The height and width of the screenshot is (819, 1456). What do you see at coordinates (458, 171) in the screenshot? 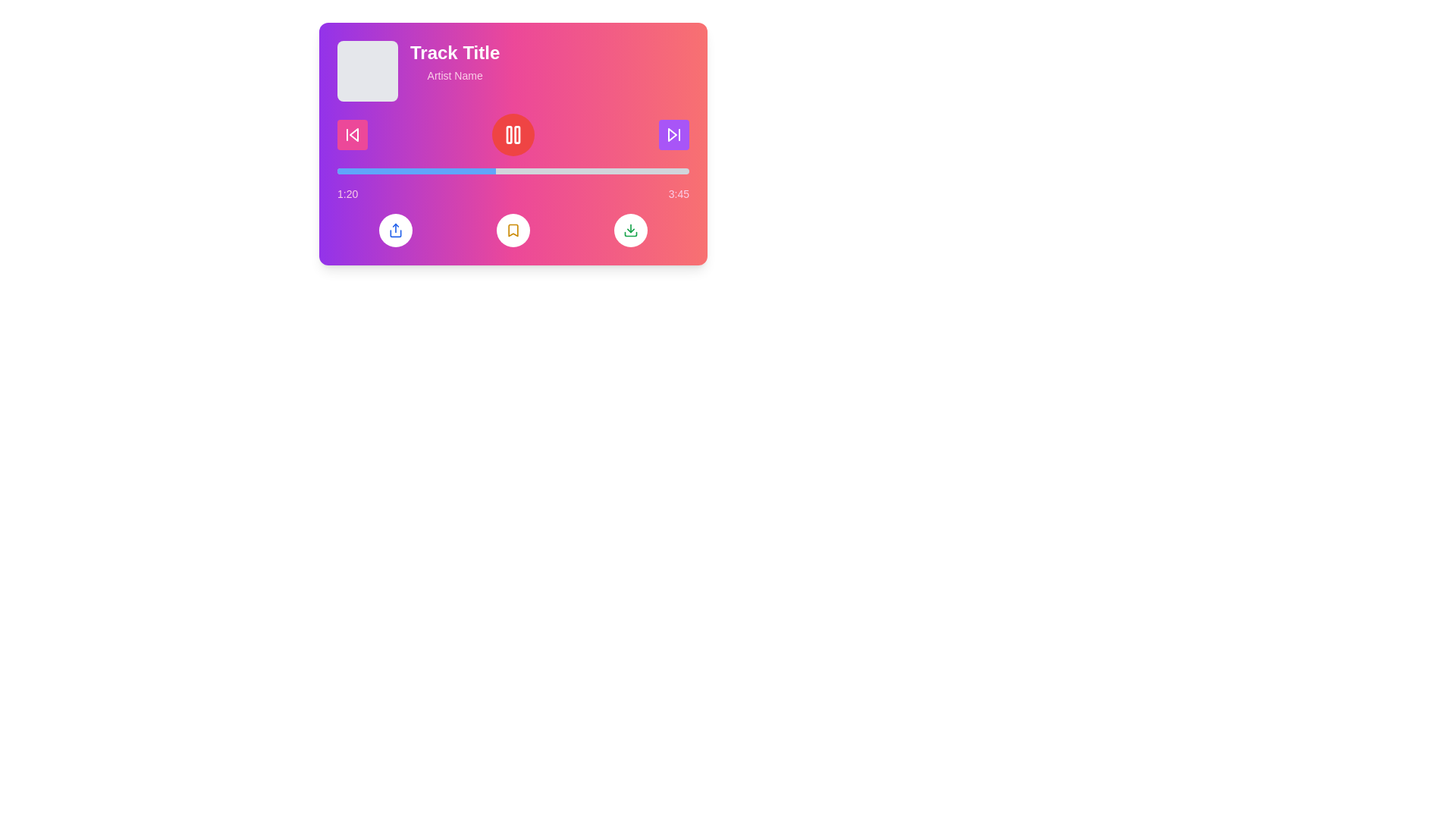
I see `playback progress` at bounding box center [458, 171].